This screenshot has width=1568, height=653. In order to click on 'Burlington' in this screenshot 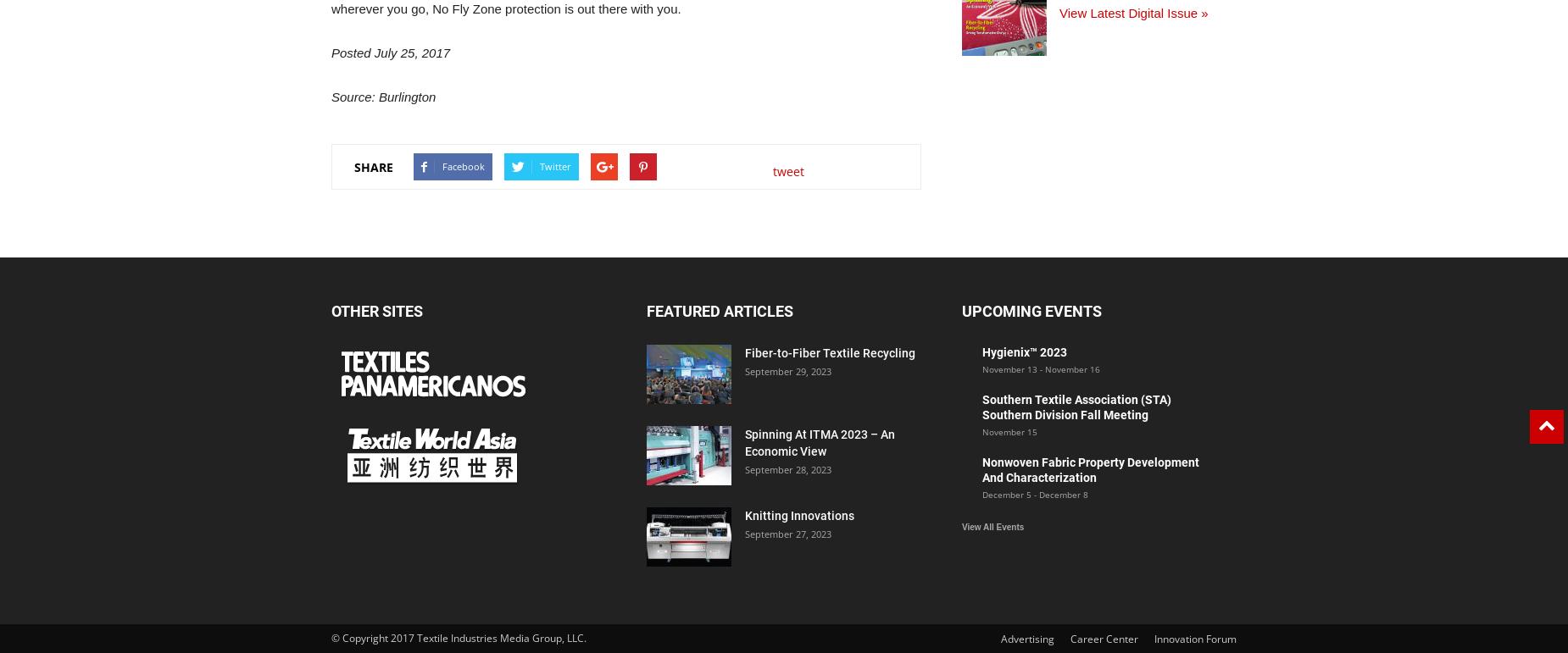, I will do `click(407, 96)`.